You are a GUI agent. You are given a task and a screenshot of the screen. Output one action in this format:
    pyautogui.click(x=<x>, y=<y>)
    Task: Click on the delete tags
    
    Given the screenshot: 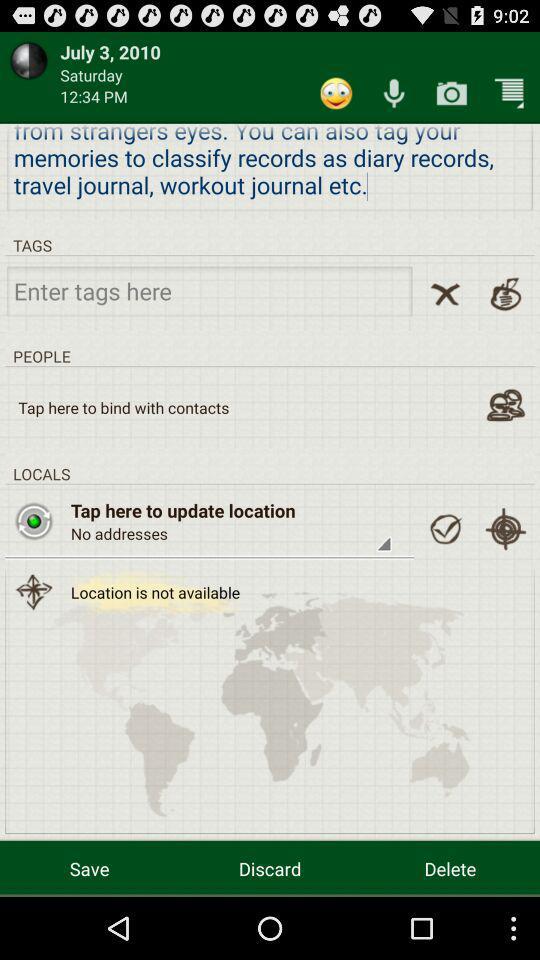 What is the action you would take?
    pyautogui.click(x=445, y=293)
    